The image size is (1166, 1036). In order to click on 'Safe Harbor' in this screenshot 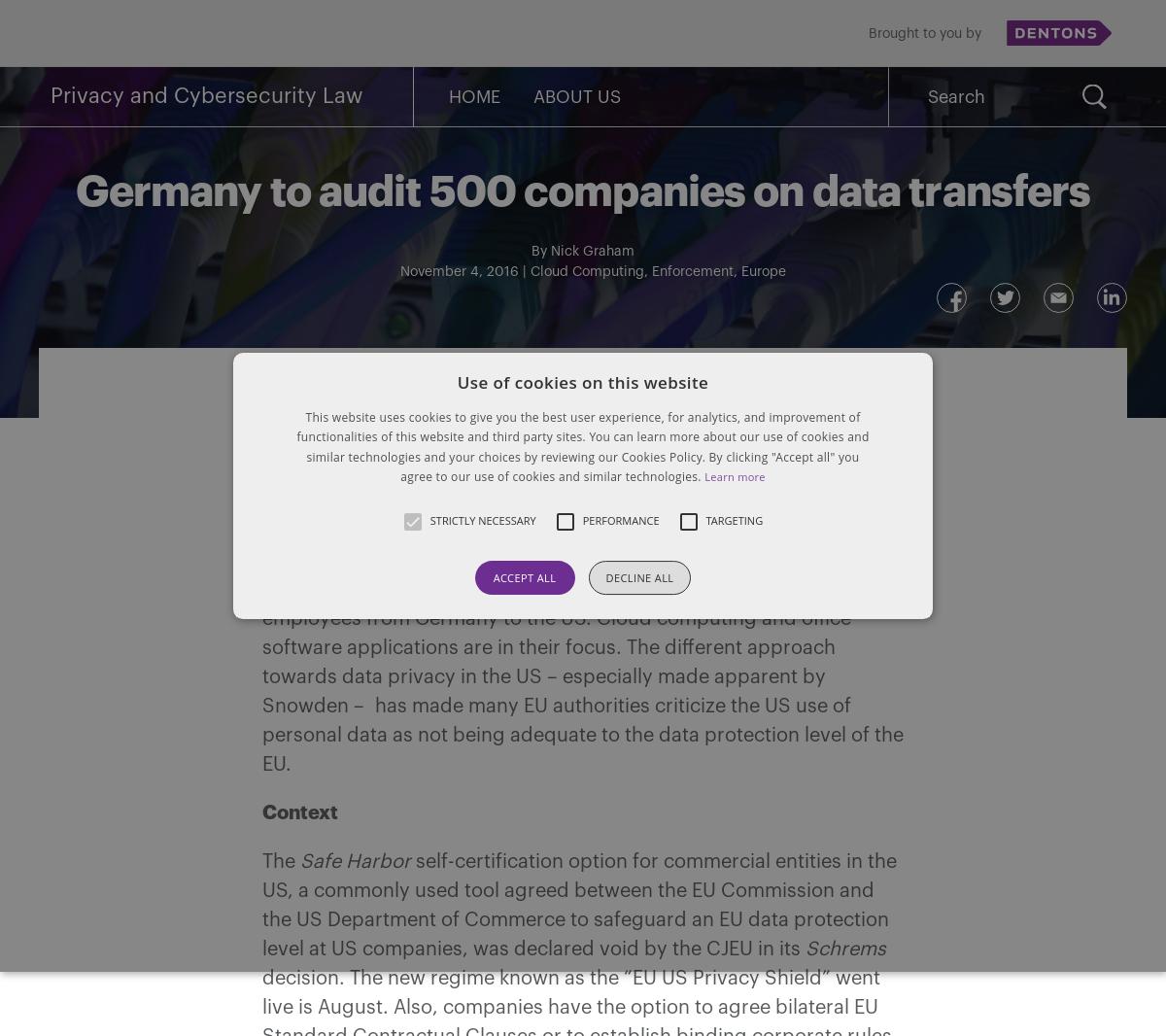, I will do `click(356, 862)`.